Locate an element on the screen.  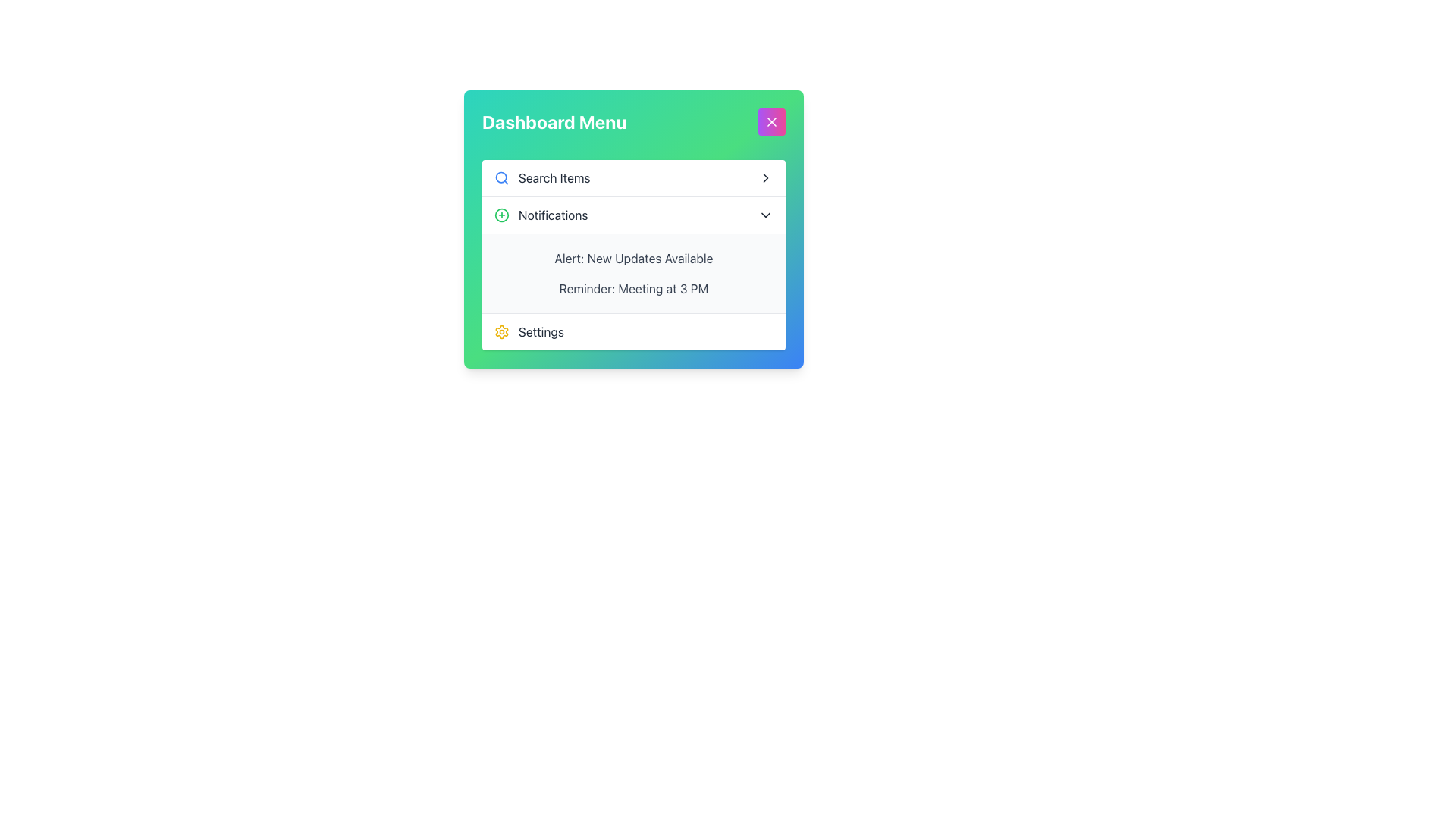
the Icon button for adding new items related to notifications, located to the left of the 'Notifications' label under the 'Dashboard Menu' header is located at coordinates (502, 215).